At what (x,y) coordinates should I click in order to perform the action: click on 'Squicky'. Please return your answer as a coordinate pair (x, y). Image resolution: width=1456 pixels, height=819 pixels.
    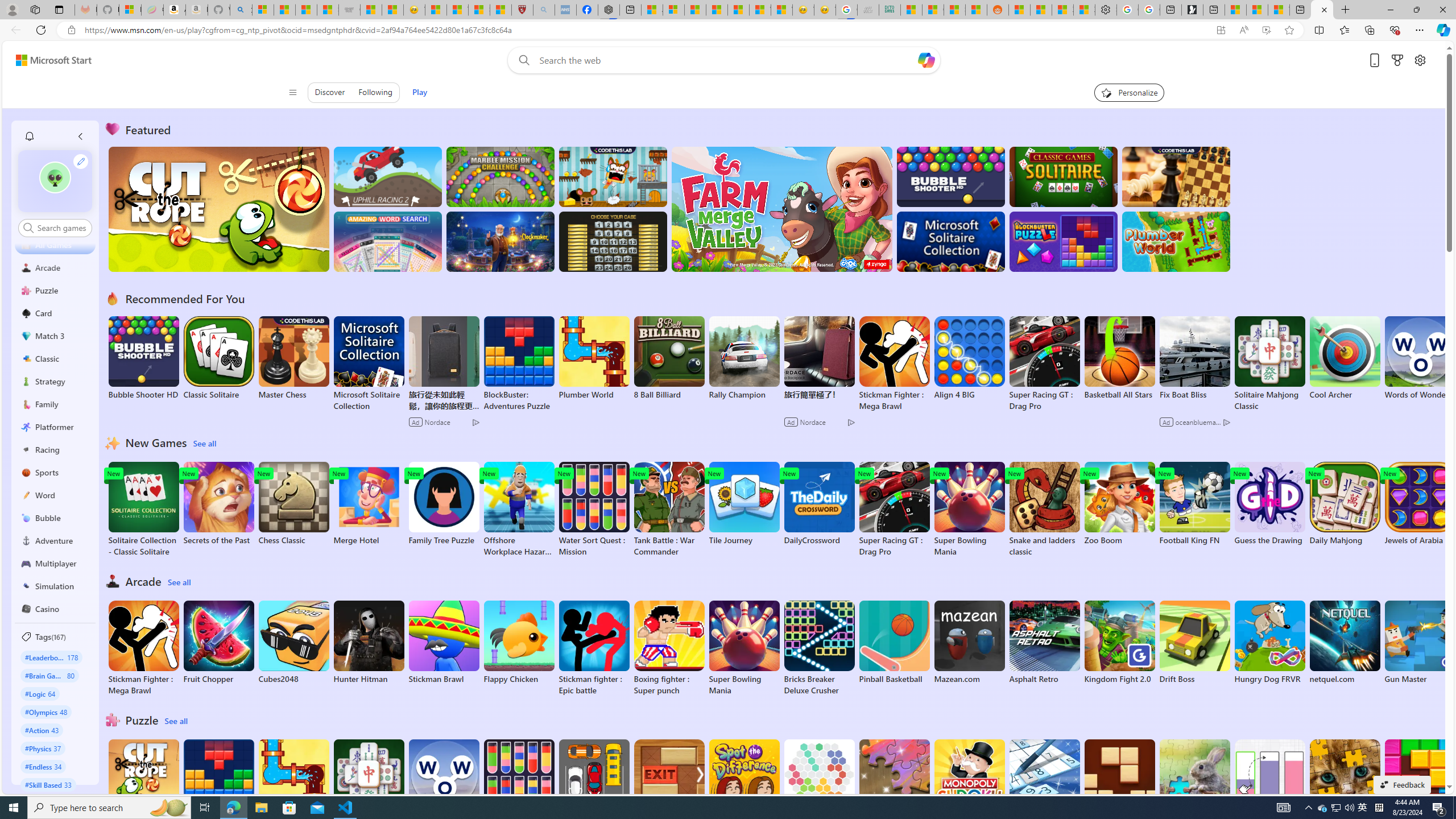
    Looking at the image, I should click on (612, 176).